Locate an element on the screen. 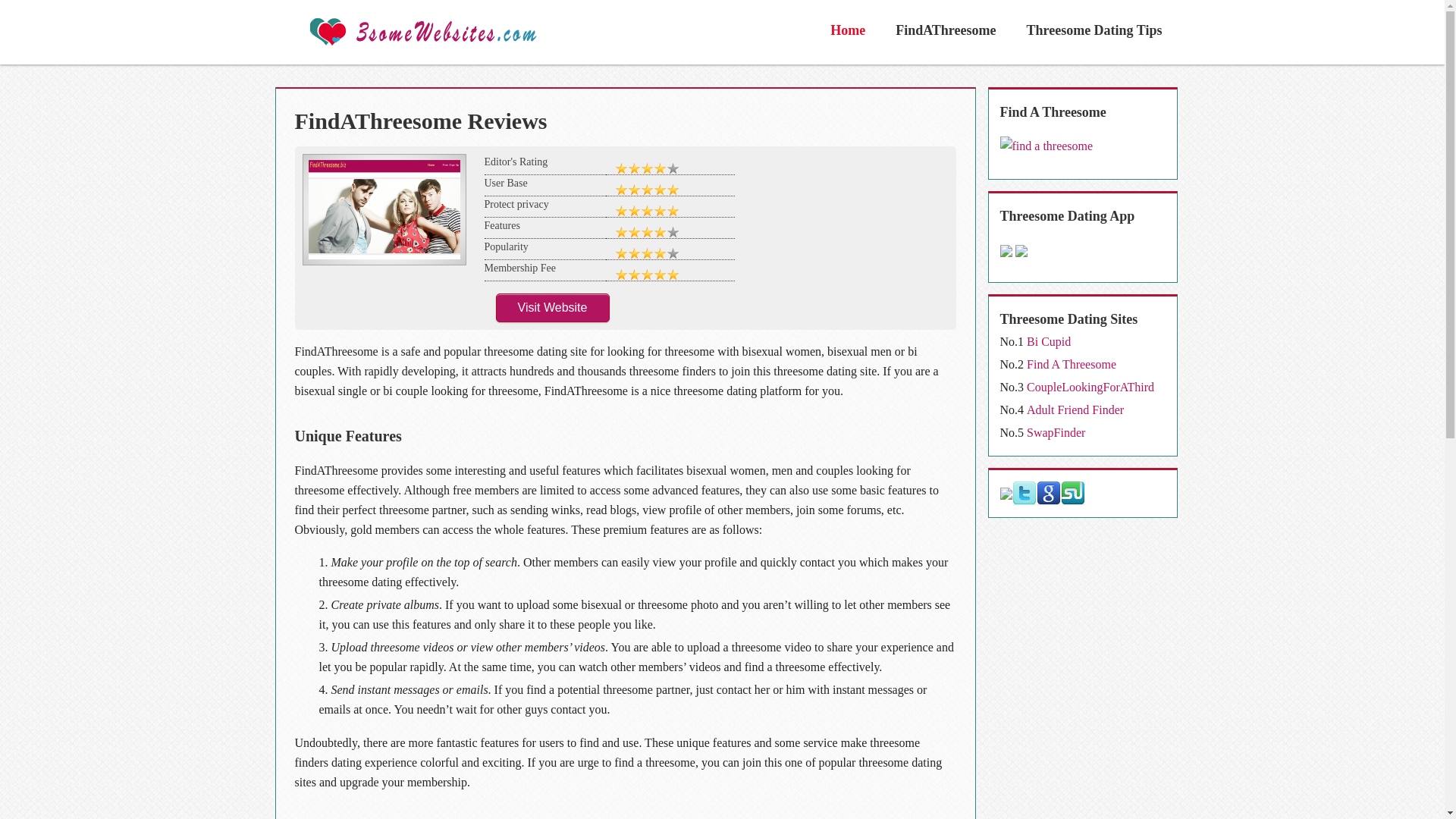  '3some Websites' is located at coordinates (461, 32).